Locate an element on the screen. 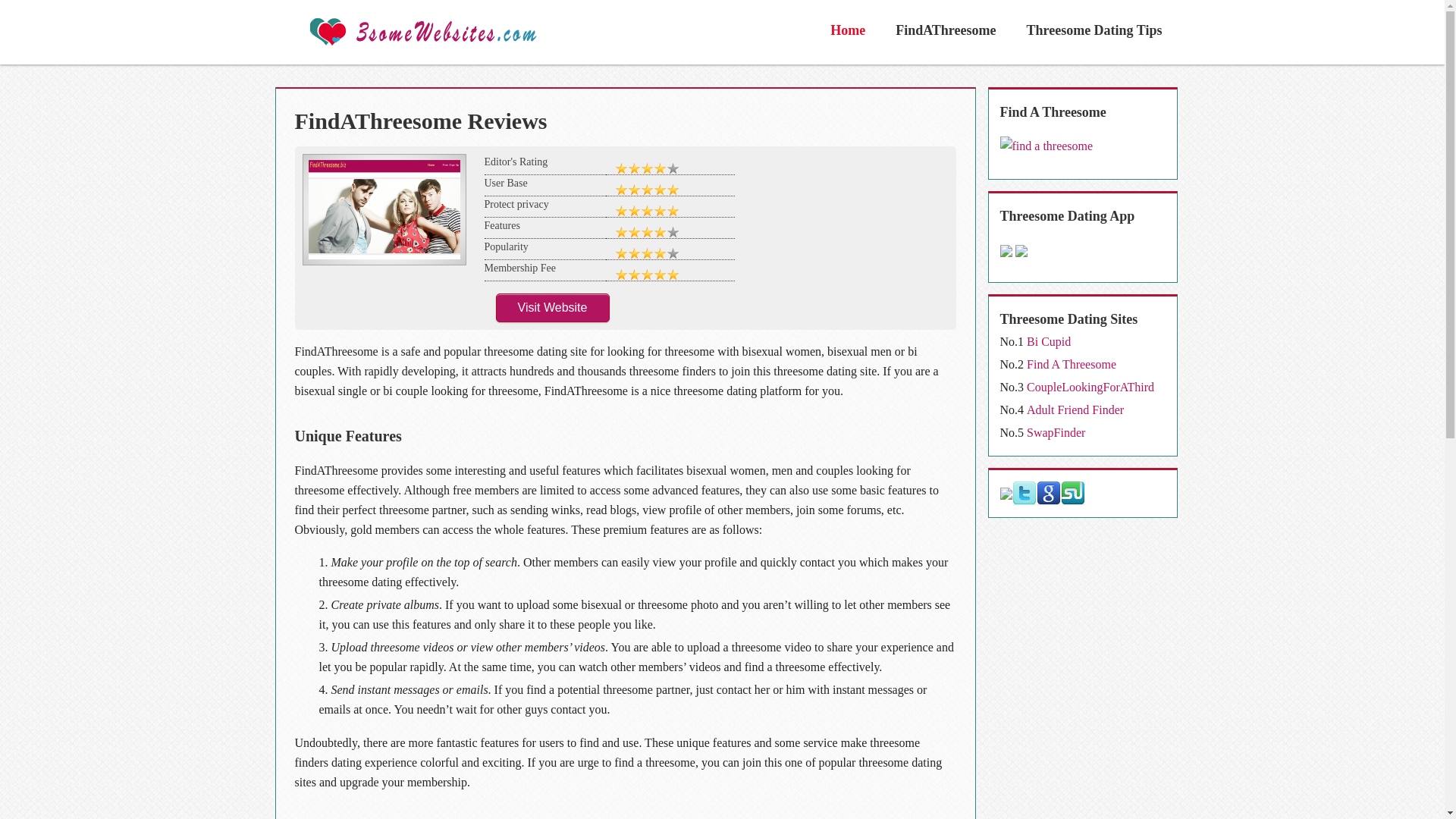  '3some Websites' is located at coordinates (461, 32).